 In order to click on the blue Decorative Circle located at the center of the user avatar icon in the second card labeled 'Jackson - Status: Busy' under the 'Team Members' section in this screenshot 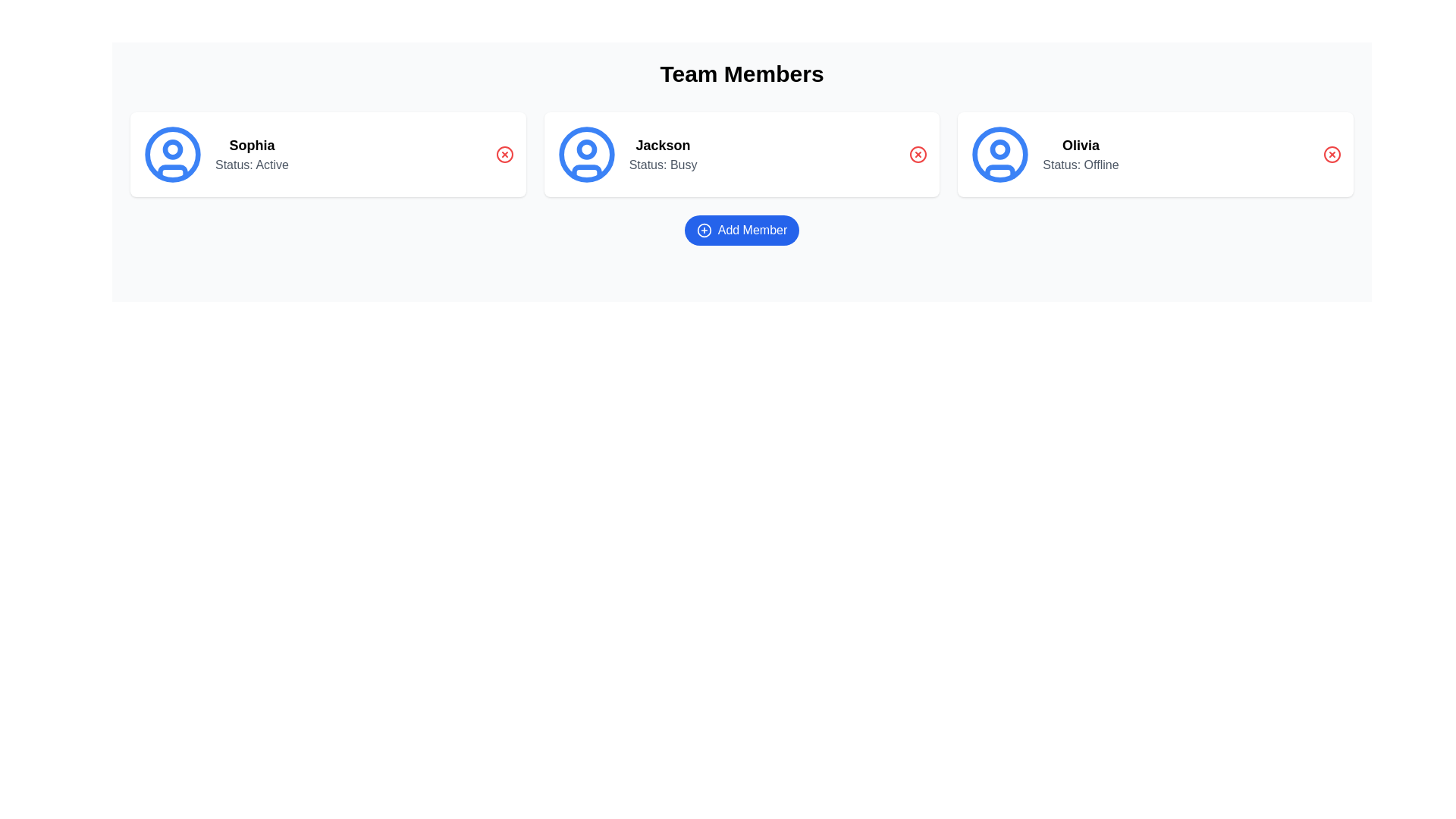, I will do `click(585, 149)`.